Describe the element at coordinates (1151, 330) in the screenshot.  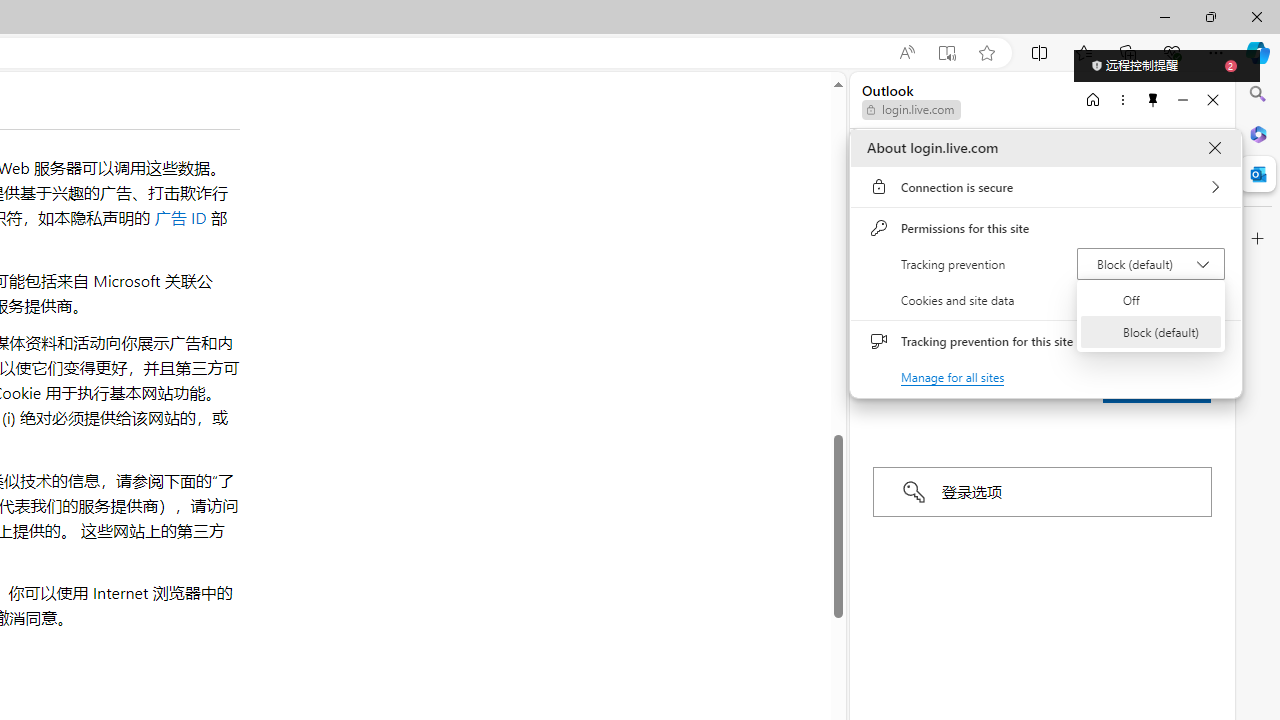
I see `'Block (default)'` at that location.